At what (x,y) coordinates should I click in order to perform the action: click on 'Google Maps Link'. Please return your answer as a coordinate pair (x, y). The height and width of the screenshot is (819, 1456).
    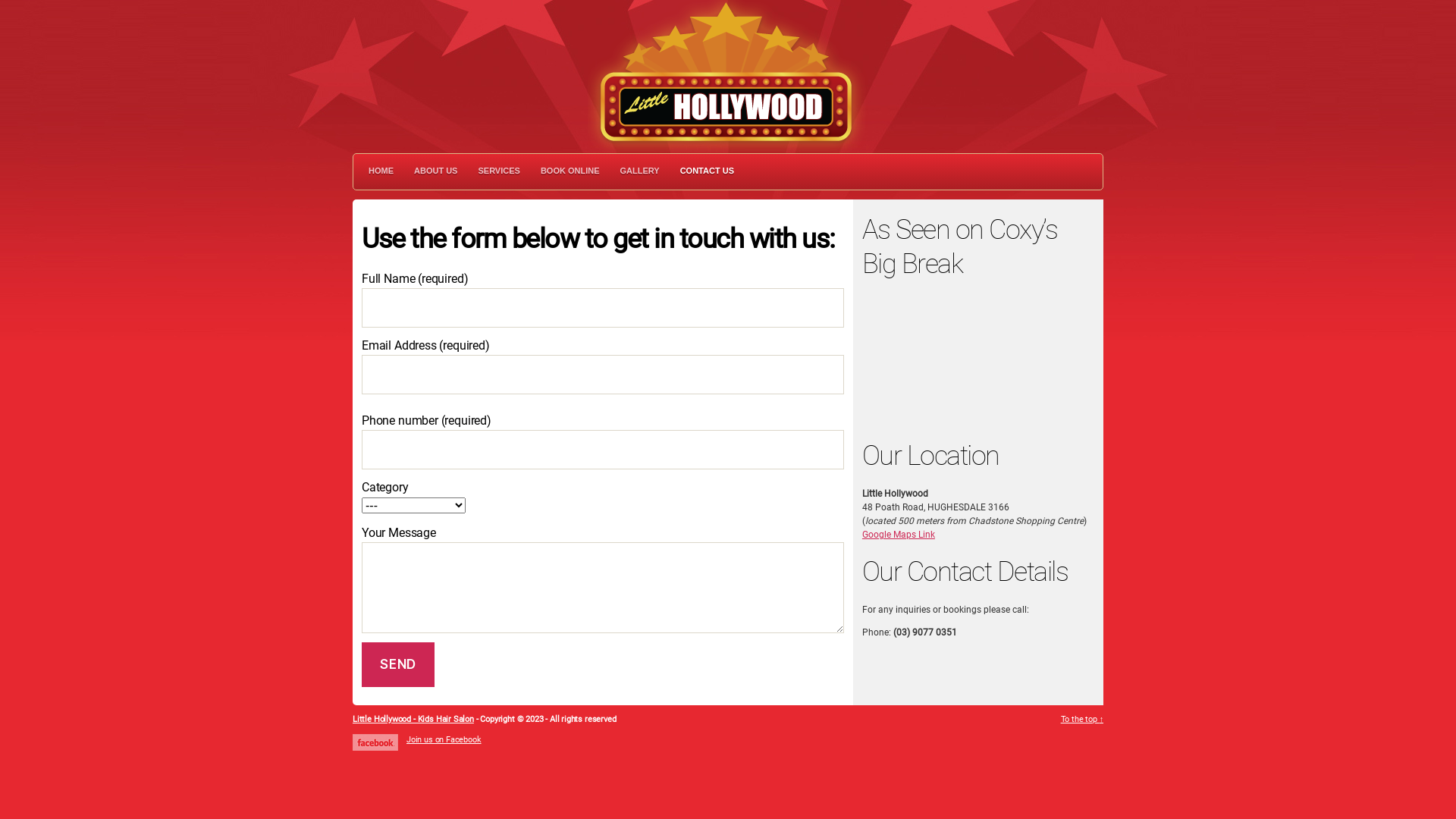
    Looking at the image, I should click on (899, 534).